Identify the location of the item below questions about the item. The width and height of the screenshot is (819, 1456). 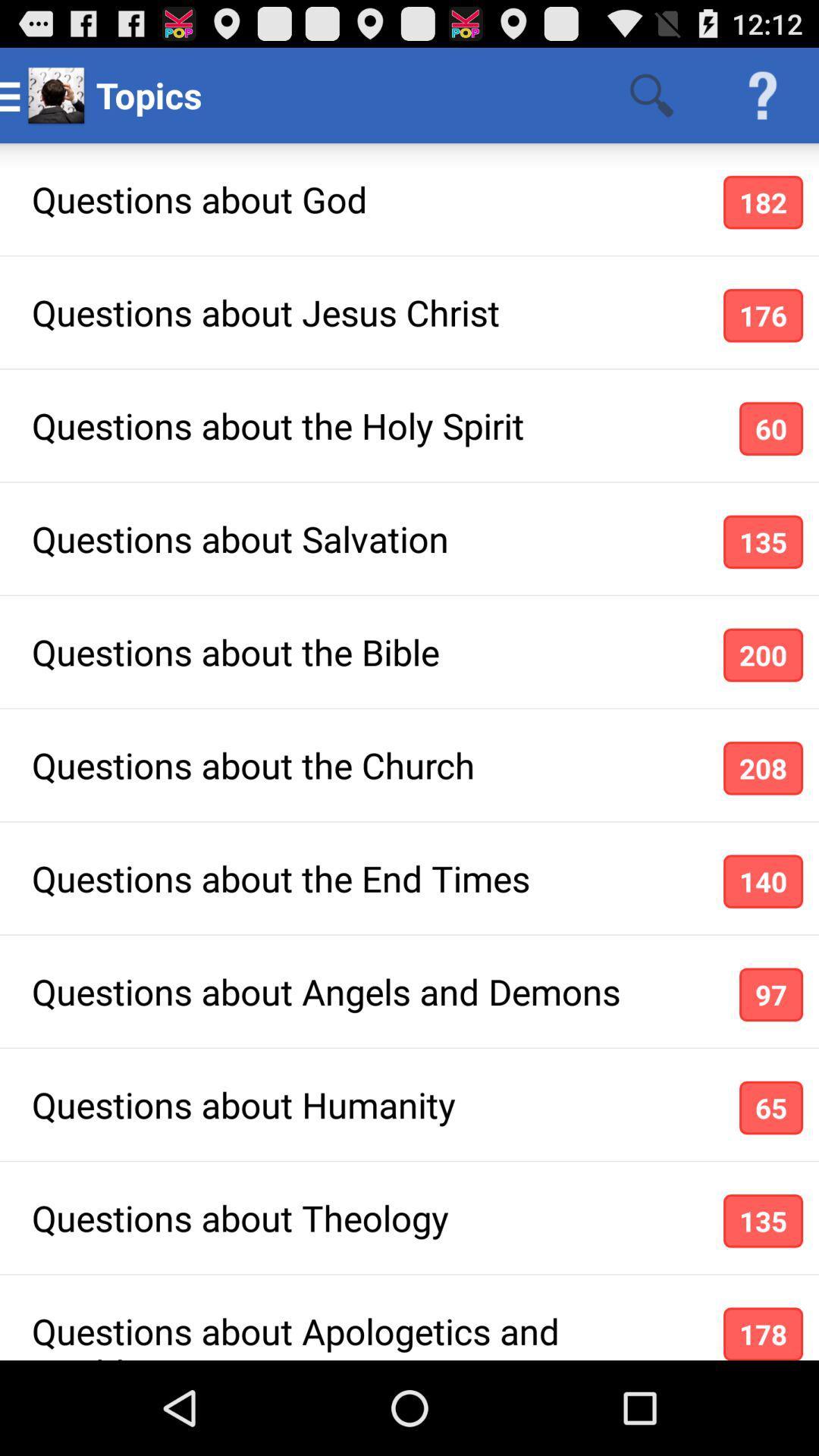
(763, 881).